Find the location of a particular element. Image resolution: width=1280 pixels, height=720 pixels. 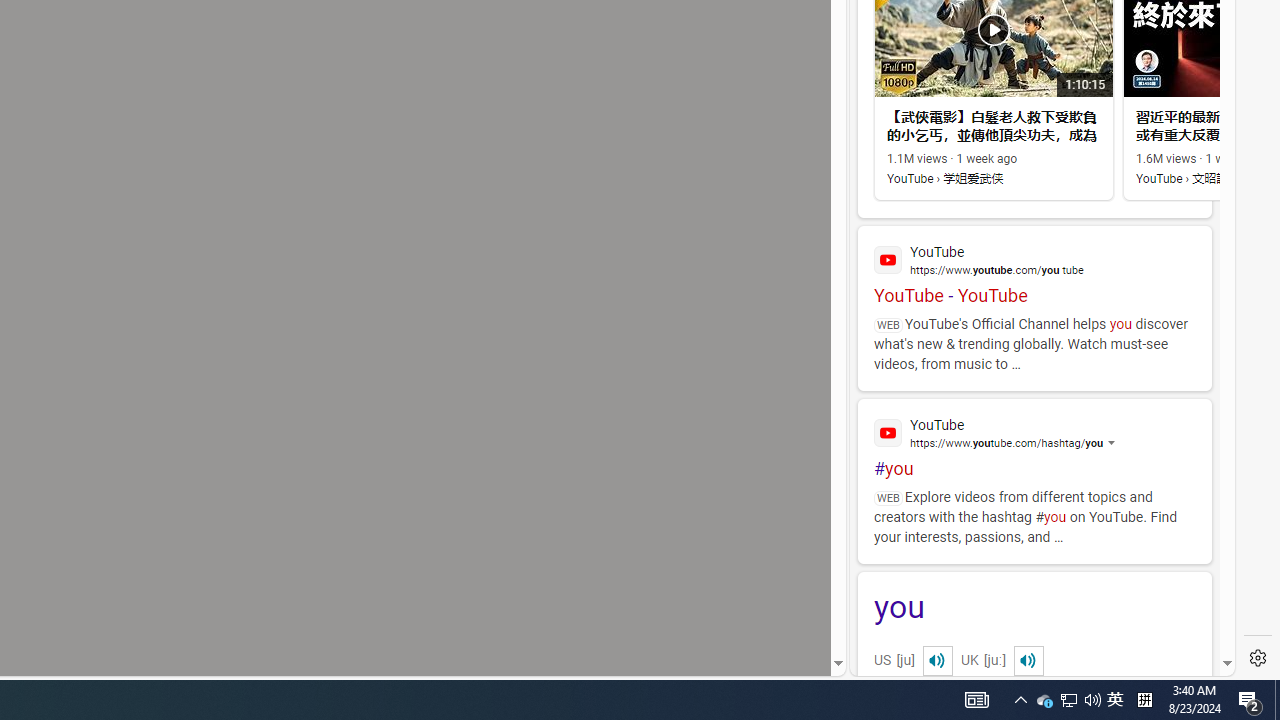

'Class: dict_pnIcon rms_img' is located at coordinates (1028, 660).